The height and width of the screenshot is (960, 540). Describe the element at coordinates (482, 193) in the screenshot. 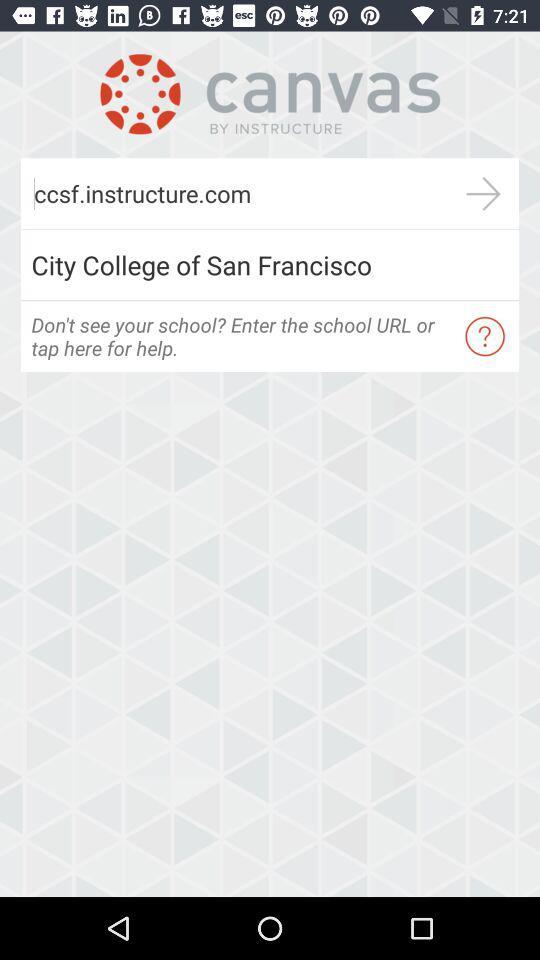

I see `the arrow_forward icon` at that location.